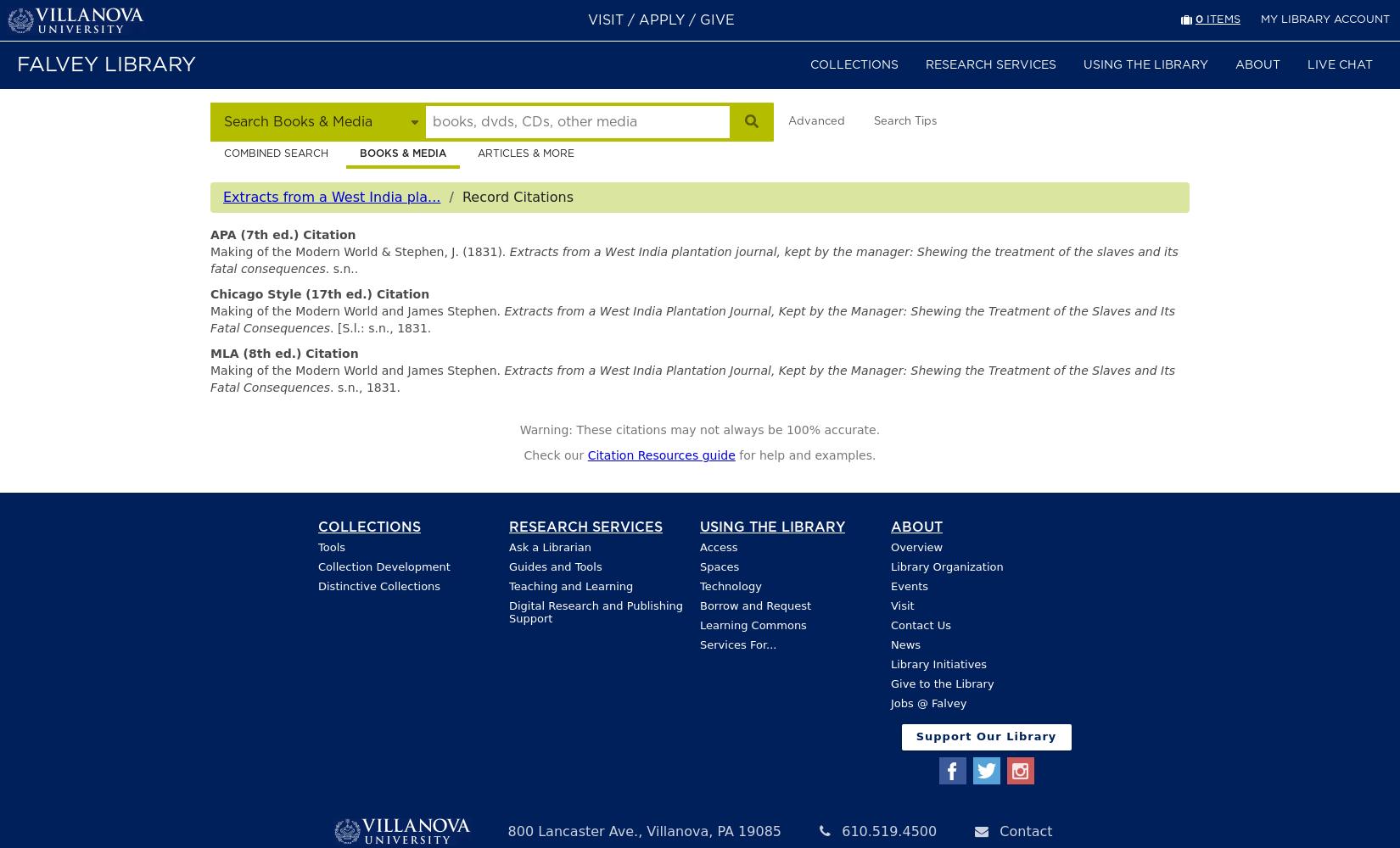 The image size is (1400, 848). I want to click on 'Visit', so click(902, 604).